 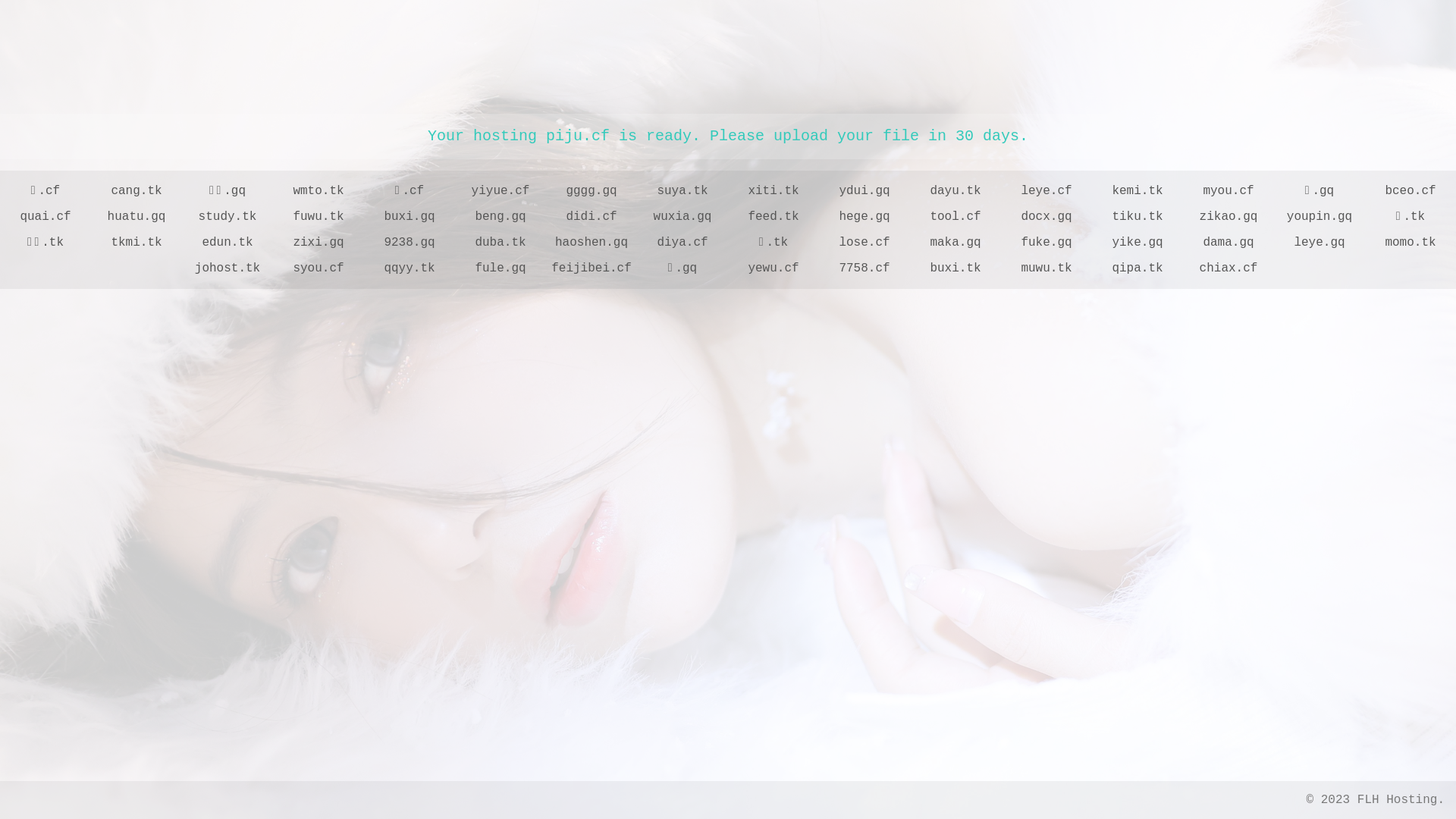 I want to click on 'quai.cf', so click(x=45, y=216).